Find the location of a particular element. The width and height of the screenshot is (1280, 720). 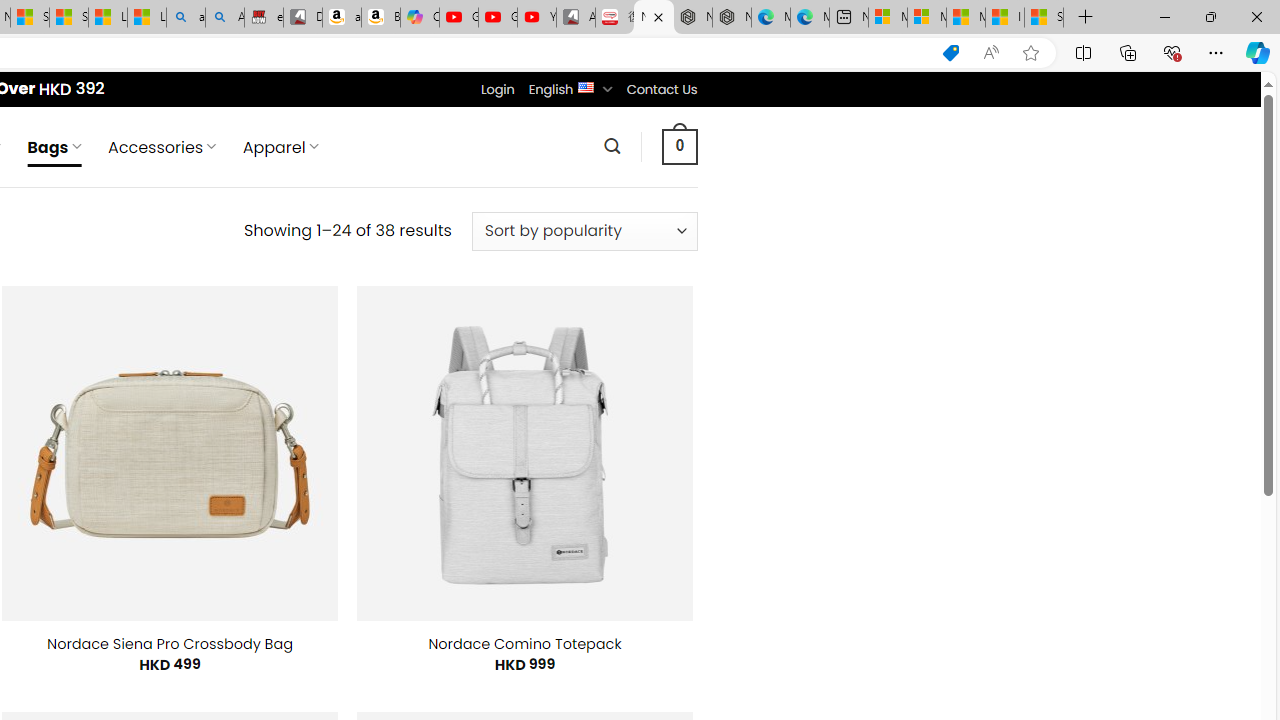

'This site has coupons! Shopping in Microsoft Edge' is located at coordinates (950, 52).